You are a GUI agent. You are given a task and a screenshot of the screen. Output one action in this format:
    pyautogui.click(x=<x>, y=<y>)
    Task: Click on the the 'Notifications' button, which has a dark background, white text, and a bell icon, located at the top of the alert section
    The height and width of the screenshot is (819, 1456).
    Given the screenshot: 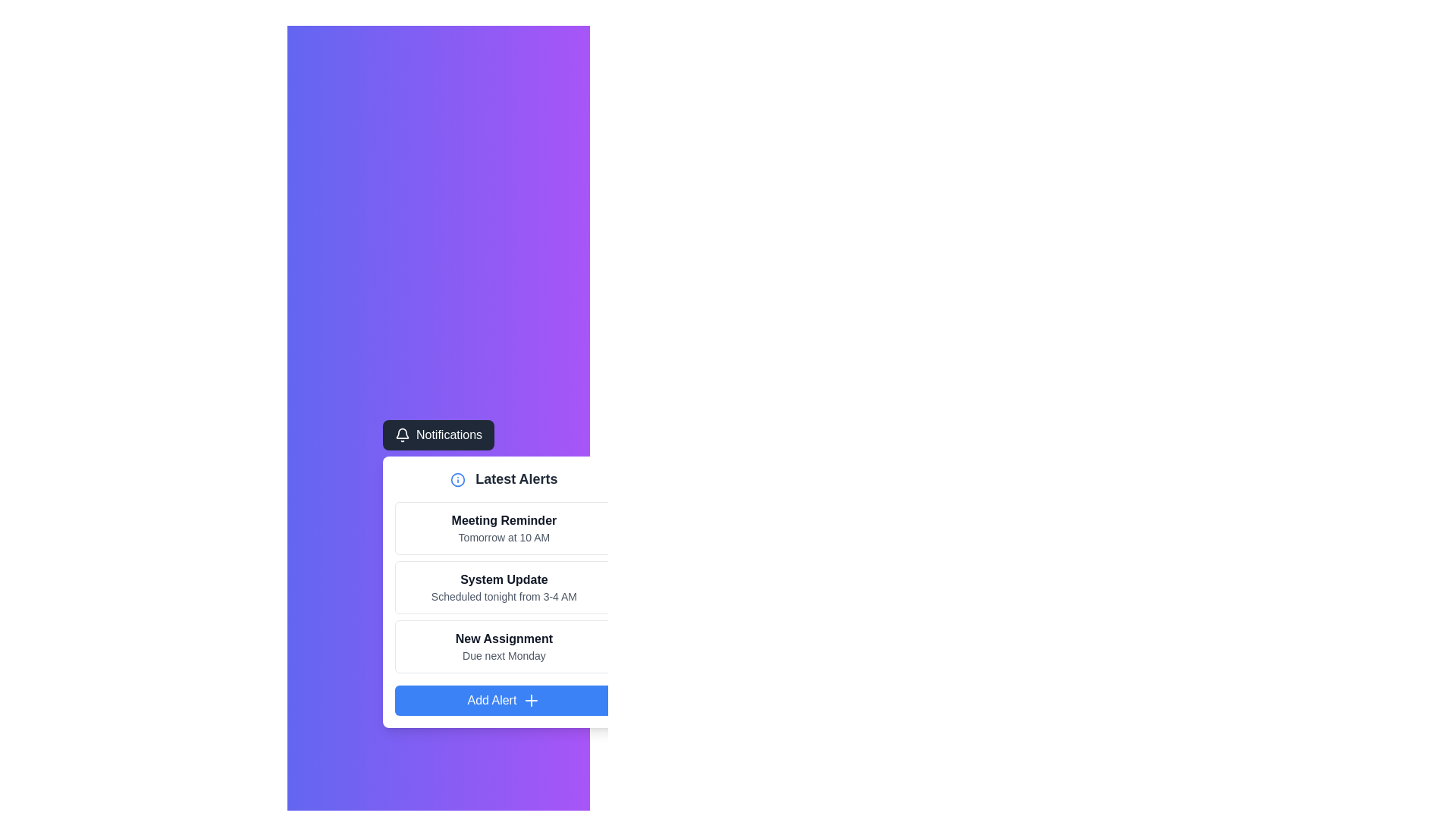 What is the action you would take?
    pyautogui.click(x=438, y=435)
    